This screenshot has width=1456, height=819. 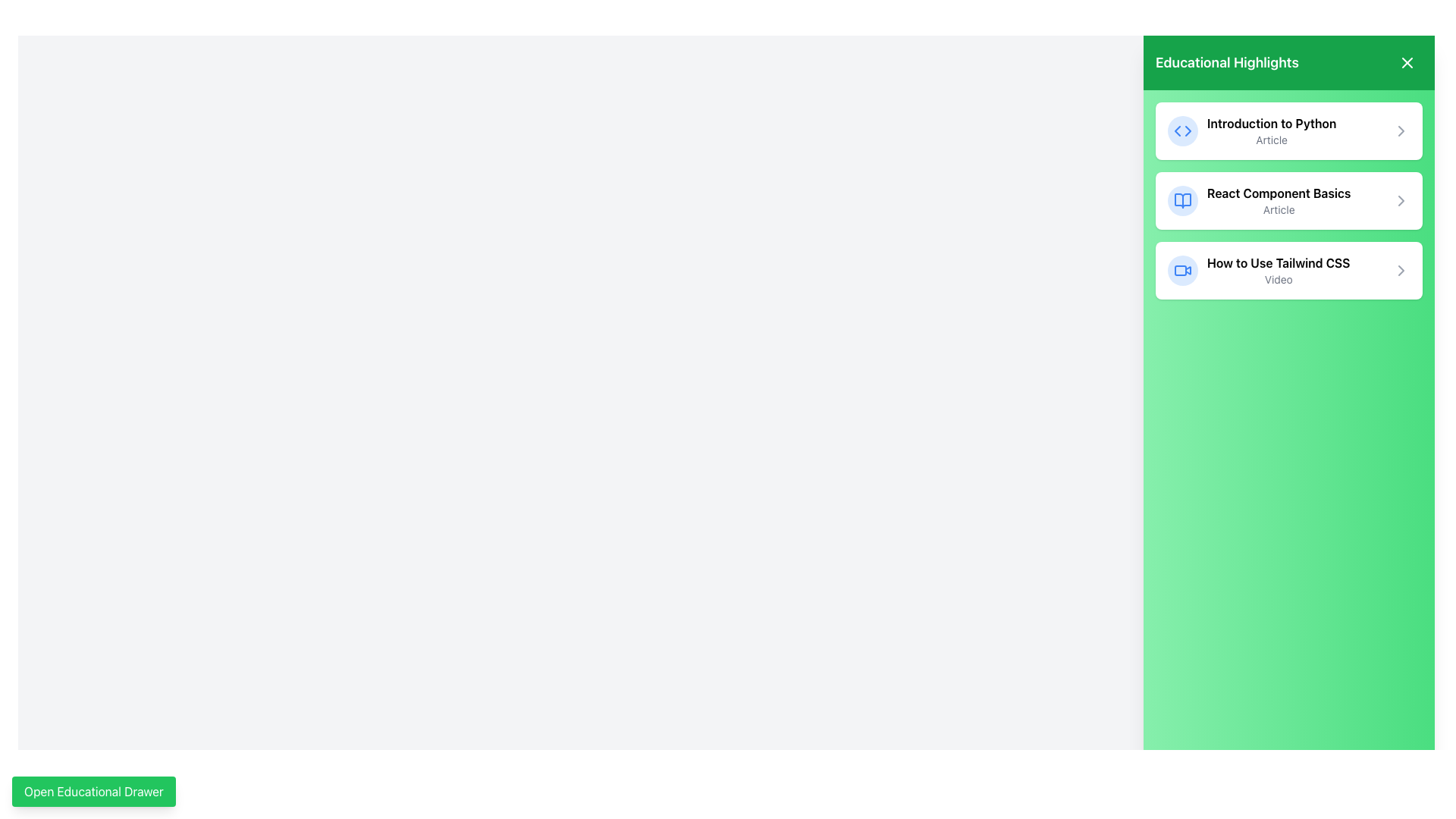 I want to click on the third button in the vertical sidebar stack, so click(x=1288, y=270).